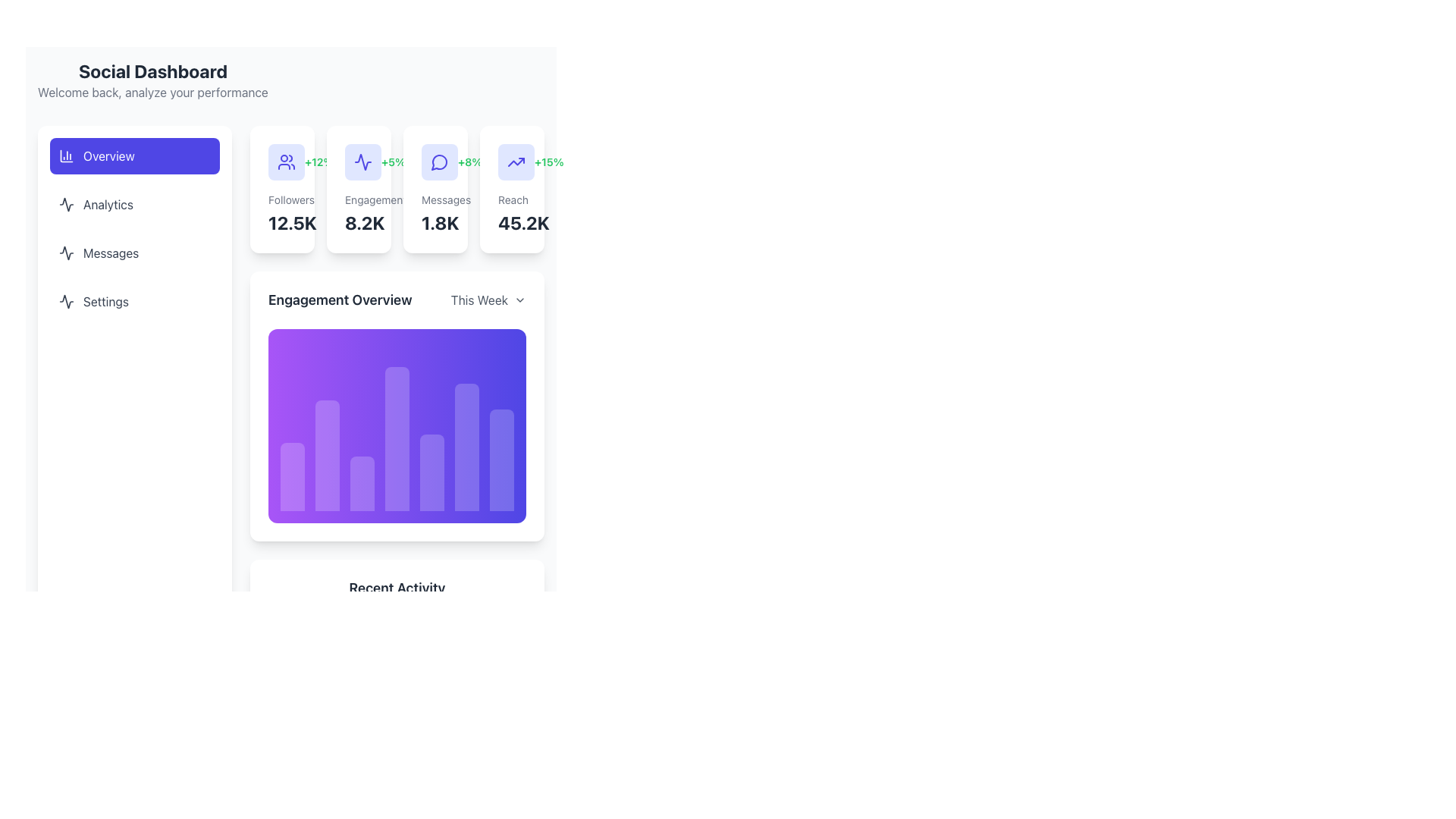 This screenshot has height=819, width=1456. What do you see at coordinates (362, 162) in the screenshot?
I see `the second metric card from the left in the horizontal group of engagement metrics, which represents engagement statistics` at bounding box center [362, 162].